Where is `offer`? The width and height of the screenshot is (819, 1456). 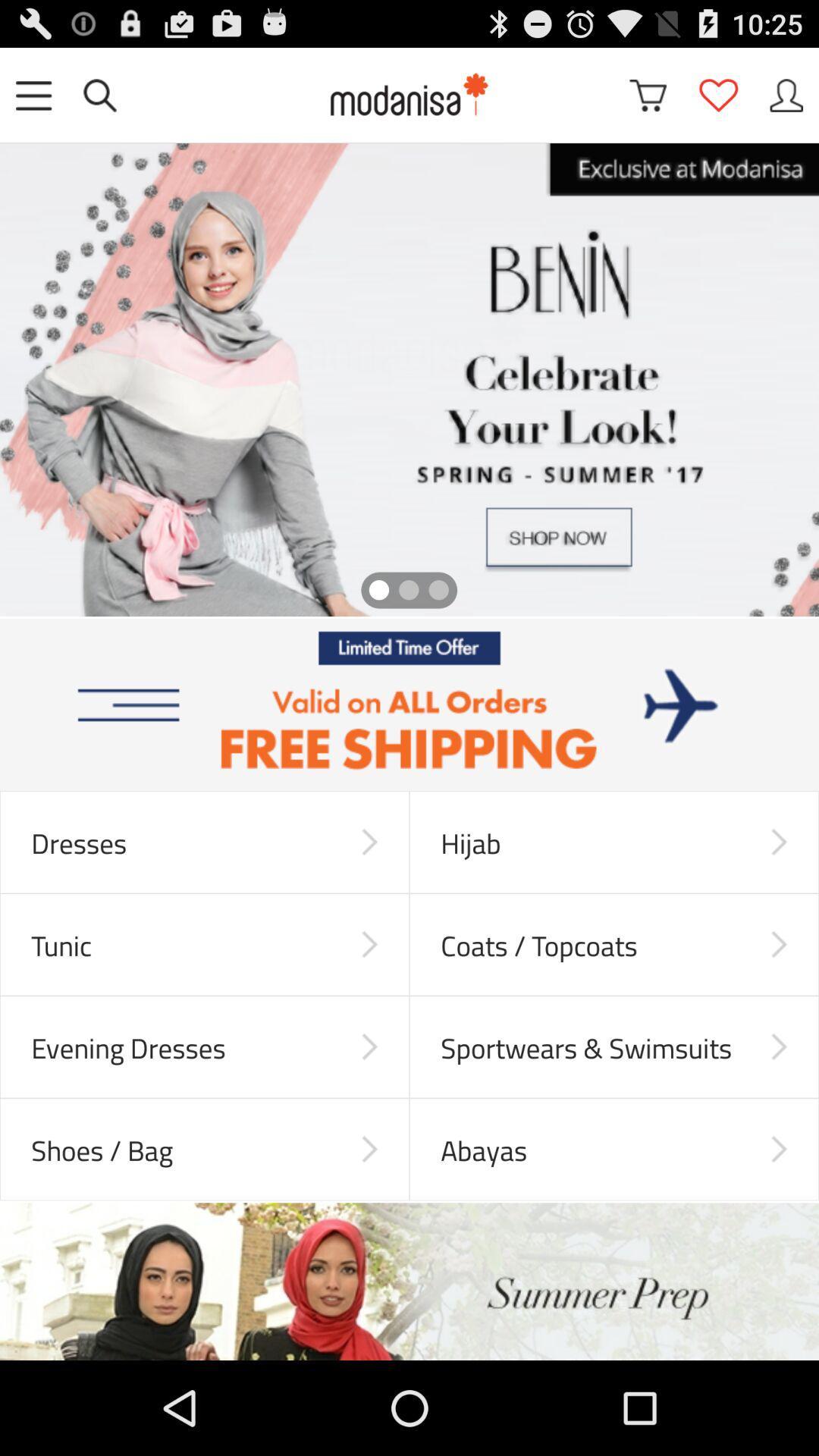 offer is located at coordinates (409, 704).